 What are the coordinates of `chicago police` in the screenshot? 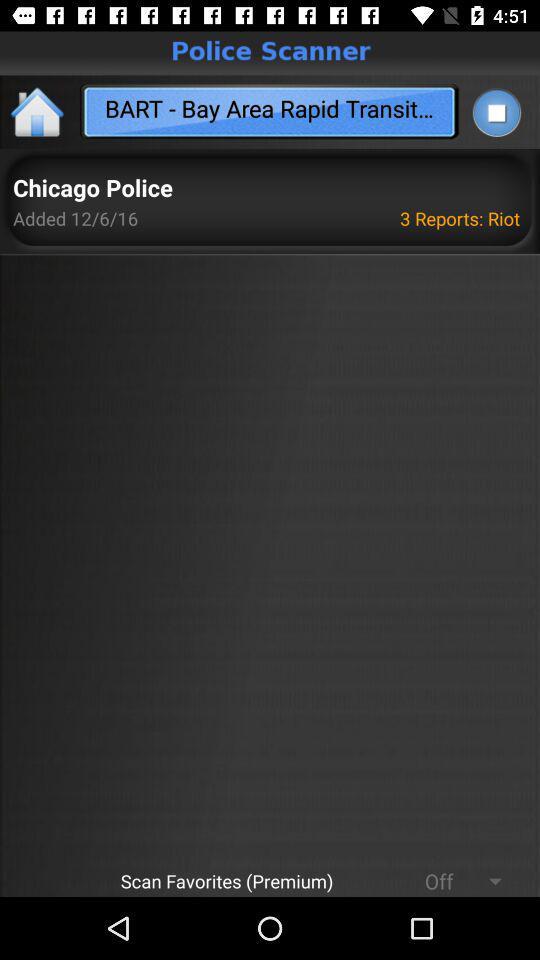 It's located at (91, 189).